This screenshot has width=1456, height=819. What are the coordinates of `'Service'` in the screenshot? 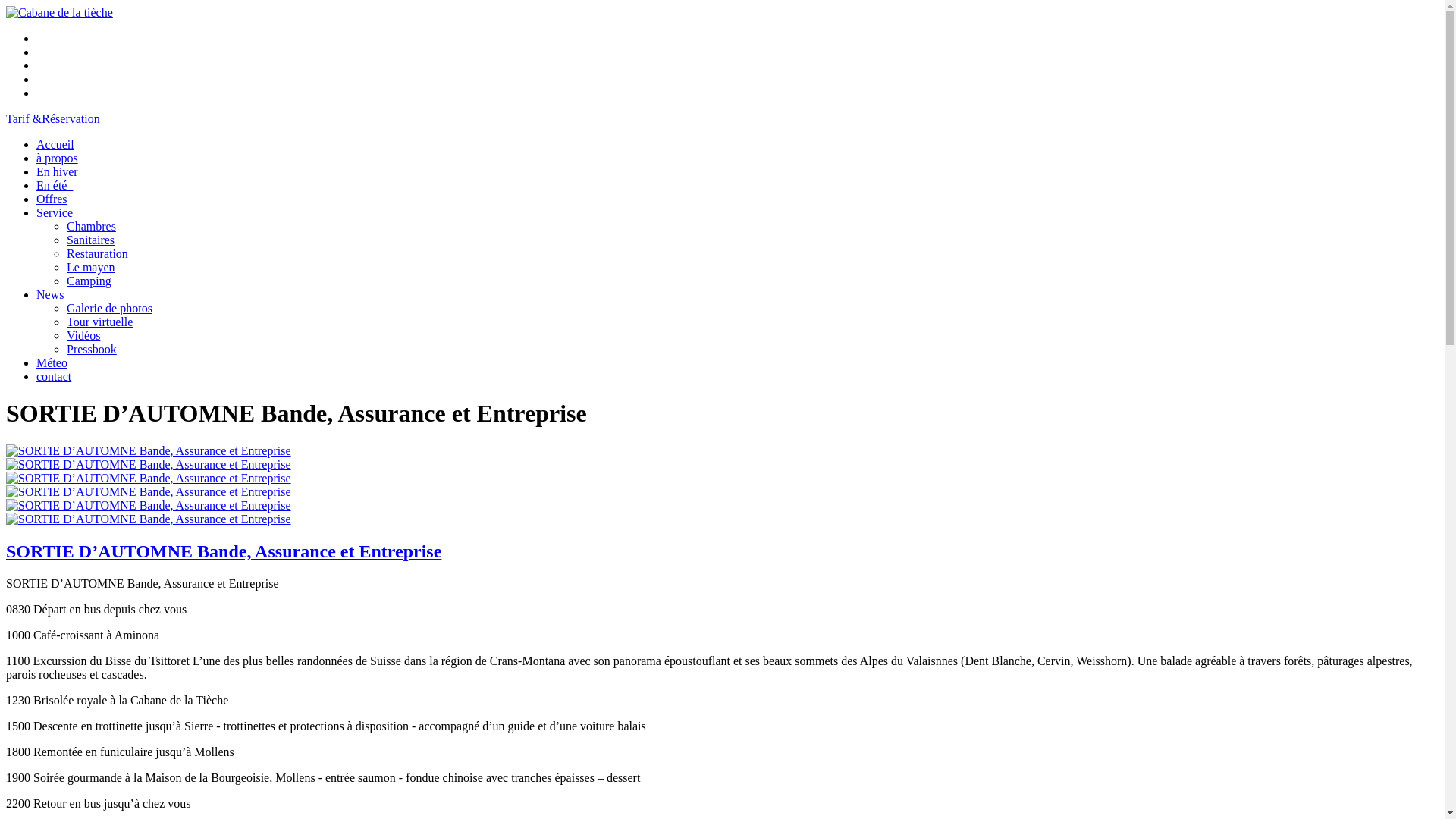 It's located at (55, 212).